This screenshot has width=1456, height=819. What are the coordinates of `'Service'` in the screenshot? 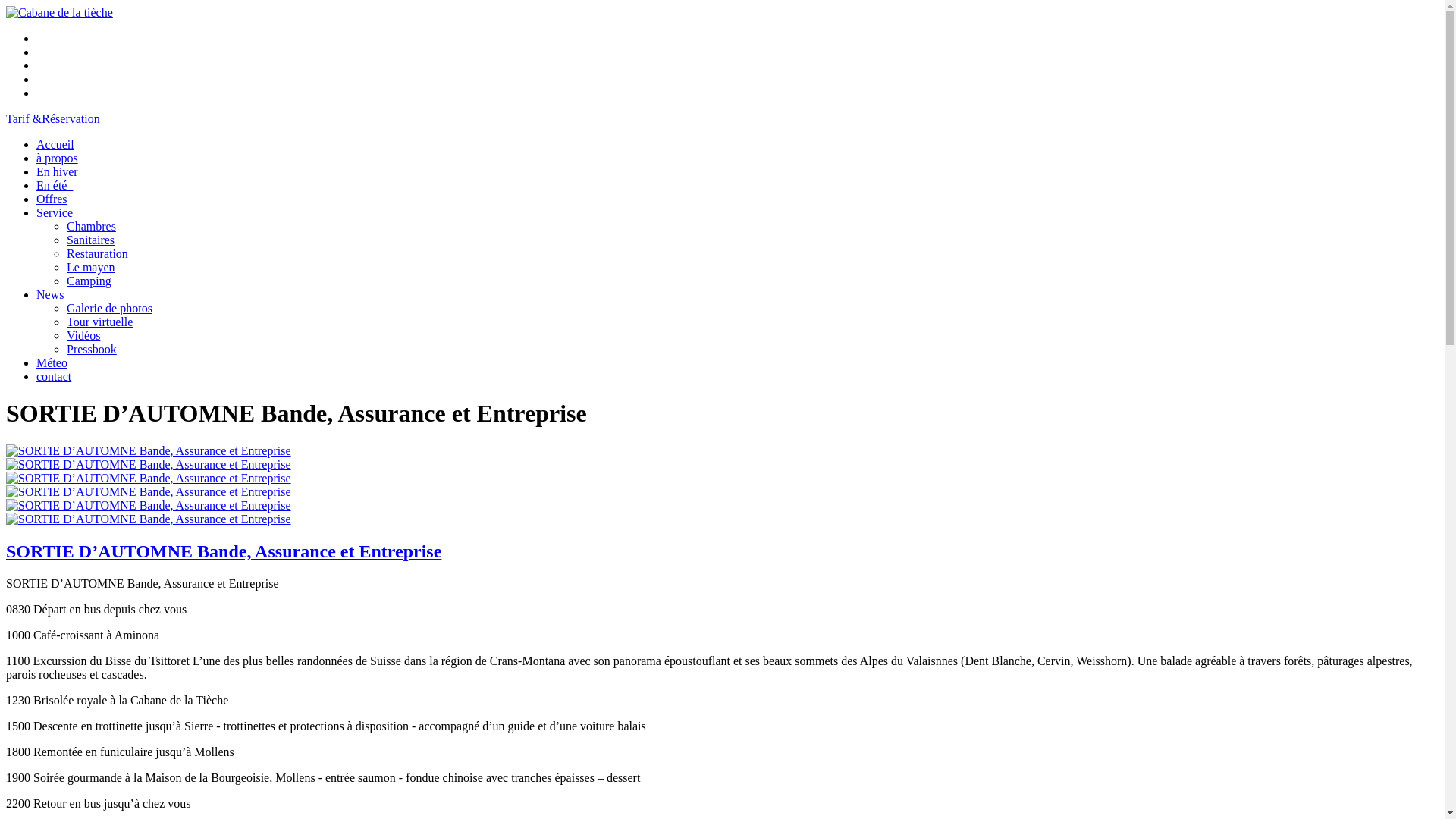 It's located at (55, 212).